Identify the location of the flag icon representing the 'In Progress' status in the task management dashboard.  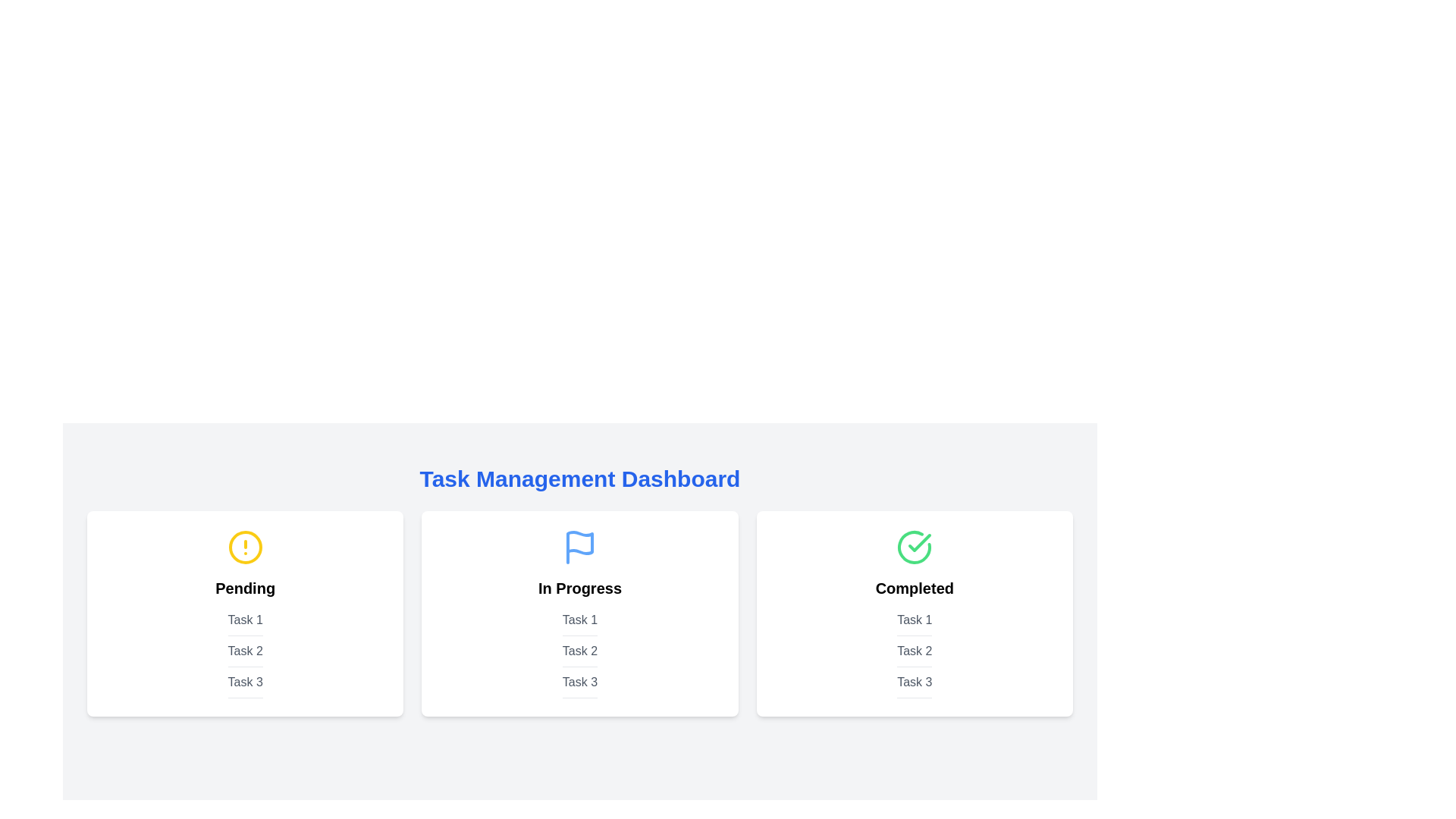
(579, 542).